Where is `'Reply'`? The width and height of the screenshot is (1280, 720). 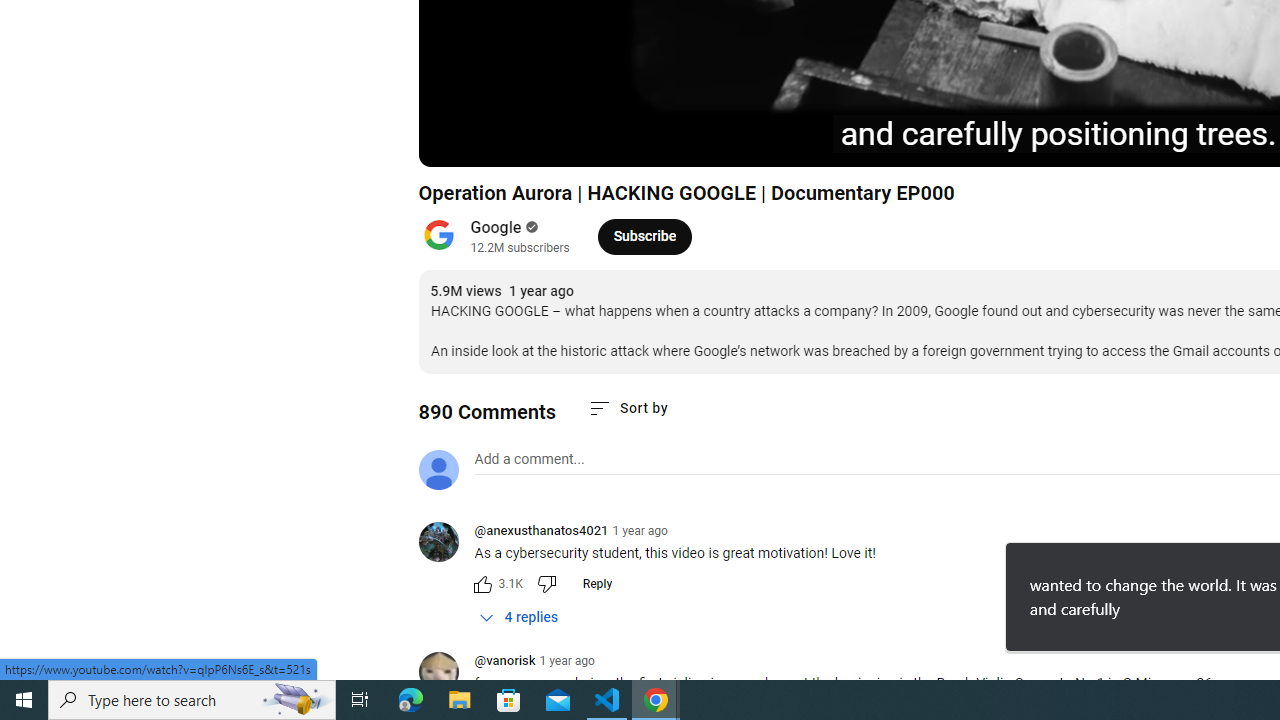 'Reply' is located at coordinates (596, 583).